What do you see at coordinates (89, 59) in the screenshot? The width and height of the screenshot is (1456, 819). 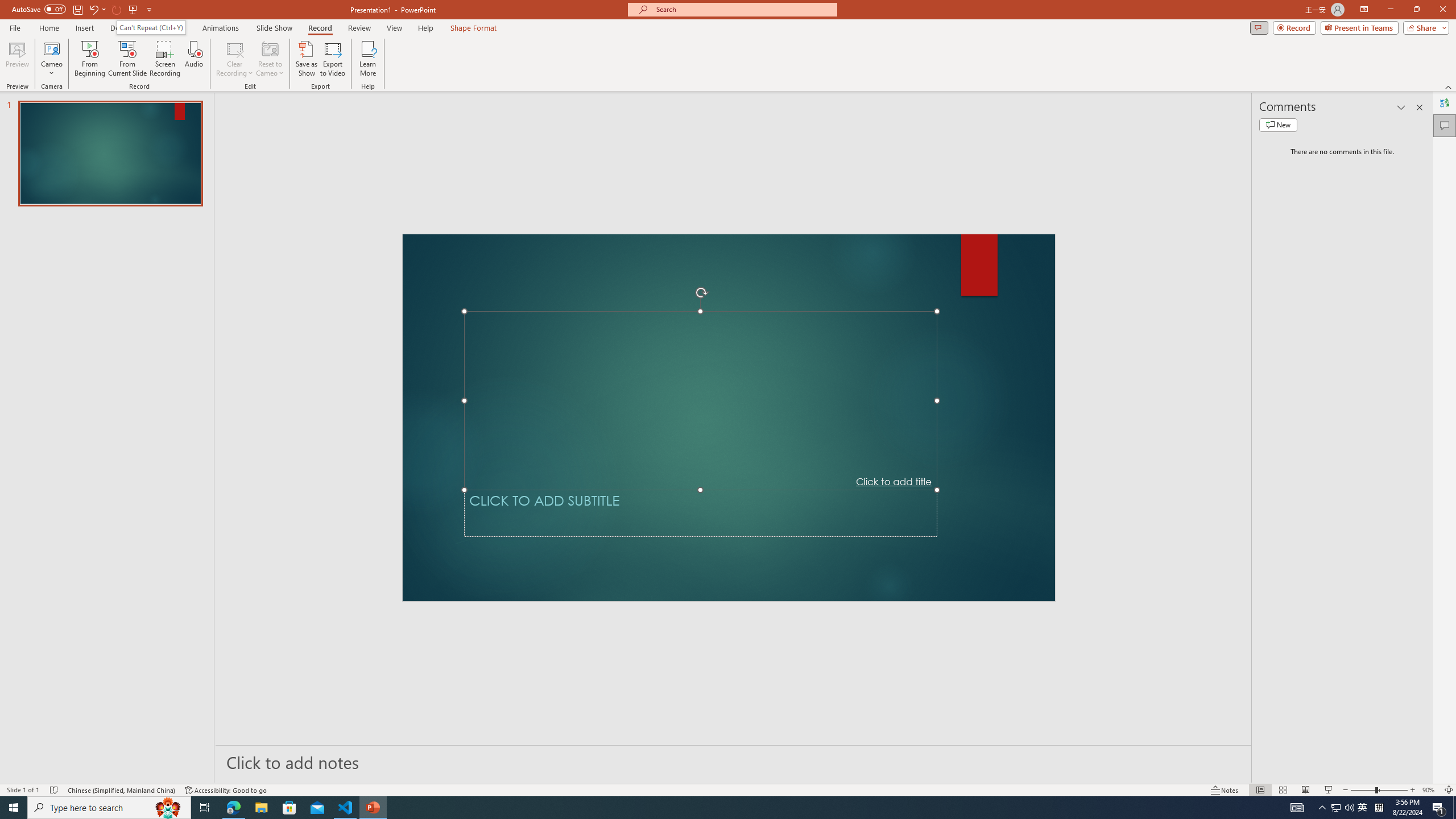 I see `'From Beginning...'` at bounding box center [89, 59].